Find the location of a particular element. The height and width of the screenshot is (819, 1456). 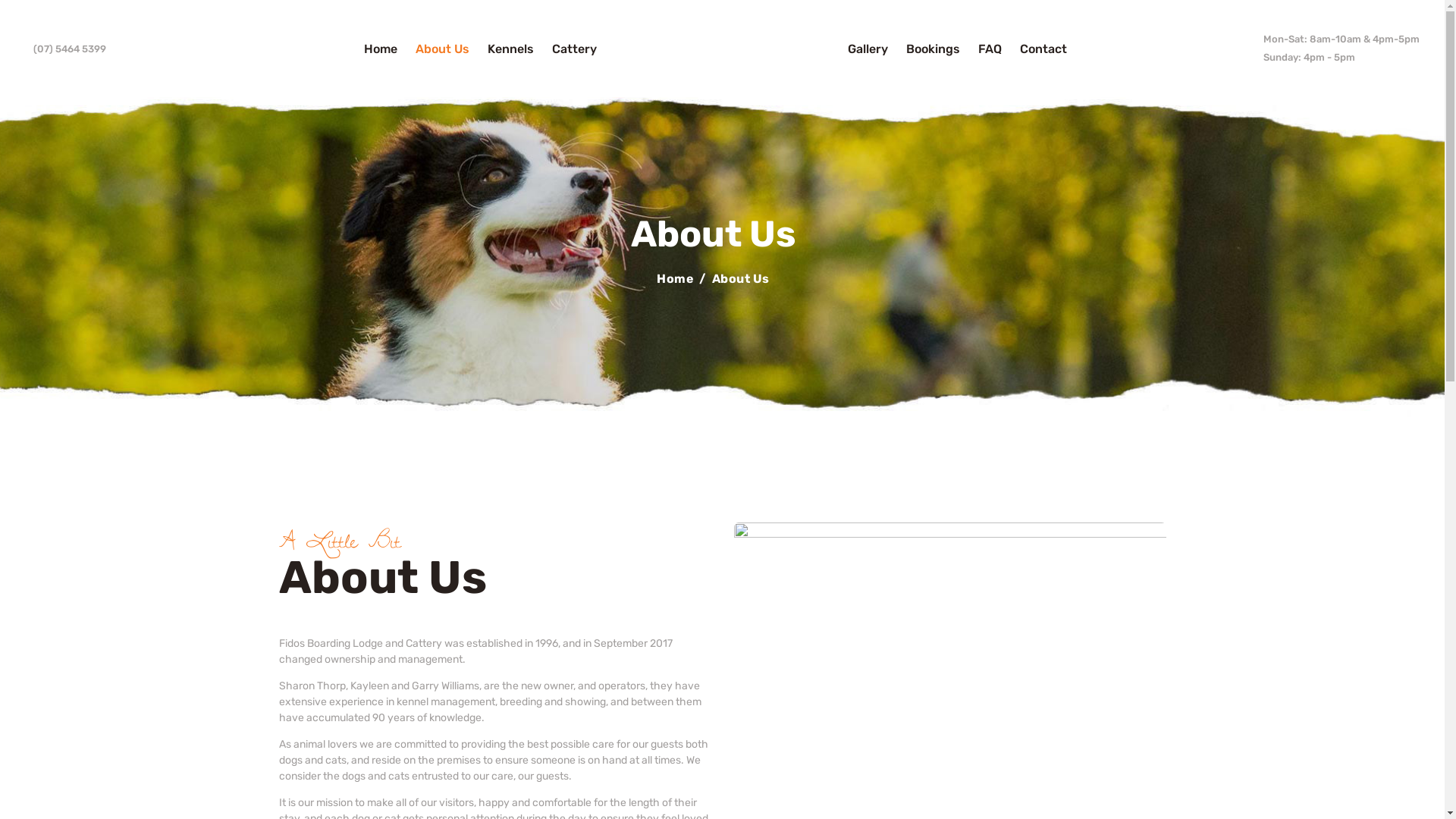

'Home' is located at coordinates (674, 278).